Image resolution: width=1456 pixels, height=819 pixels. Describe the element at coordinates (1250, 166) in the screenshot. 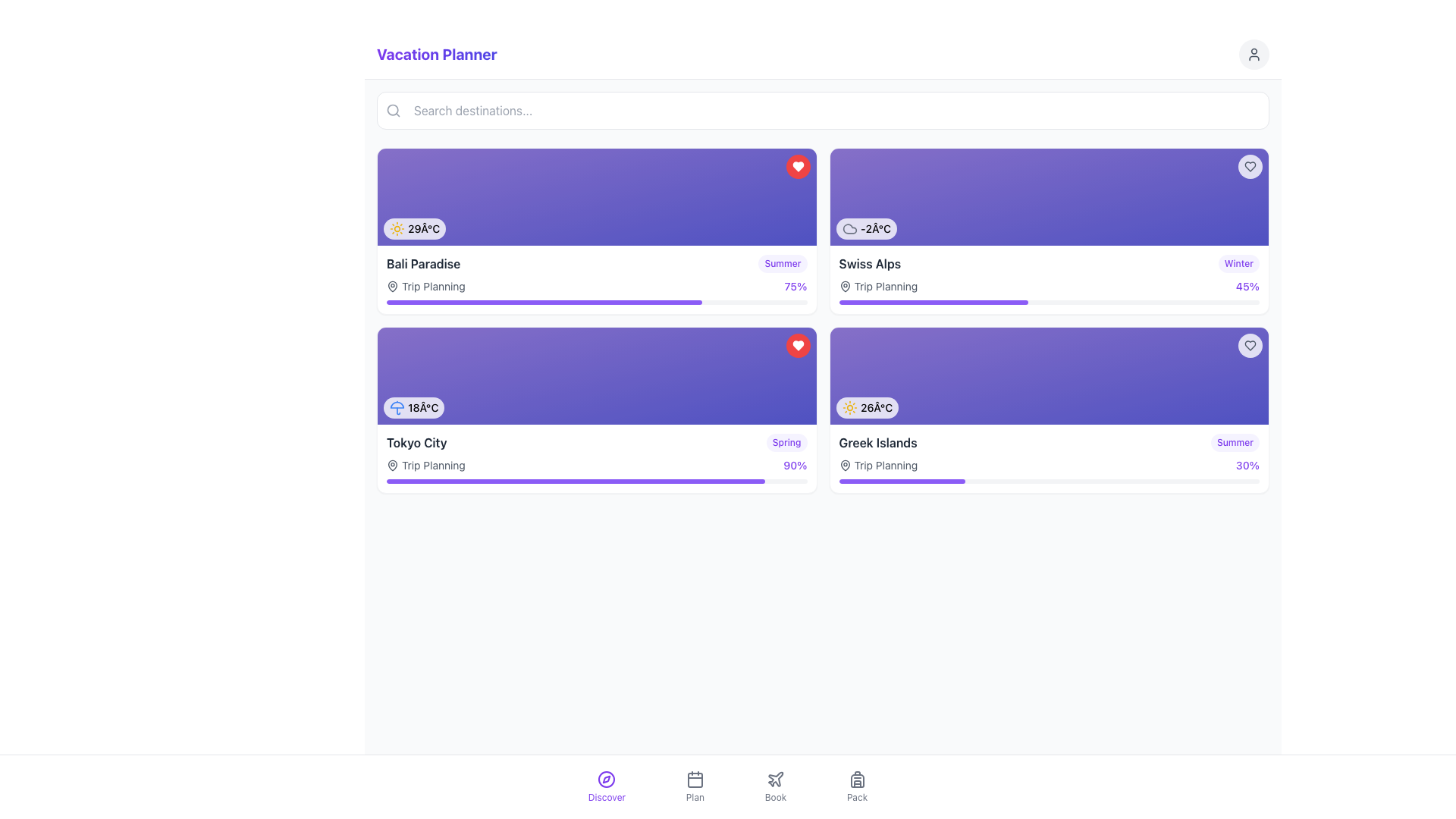

I see `the heart-shaped icon in the top-right corner of the 'Swiss Alps' card` at that location.